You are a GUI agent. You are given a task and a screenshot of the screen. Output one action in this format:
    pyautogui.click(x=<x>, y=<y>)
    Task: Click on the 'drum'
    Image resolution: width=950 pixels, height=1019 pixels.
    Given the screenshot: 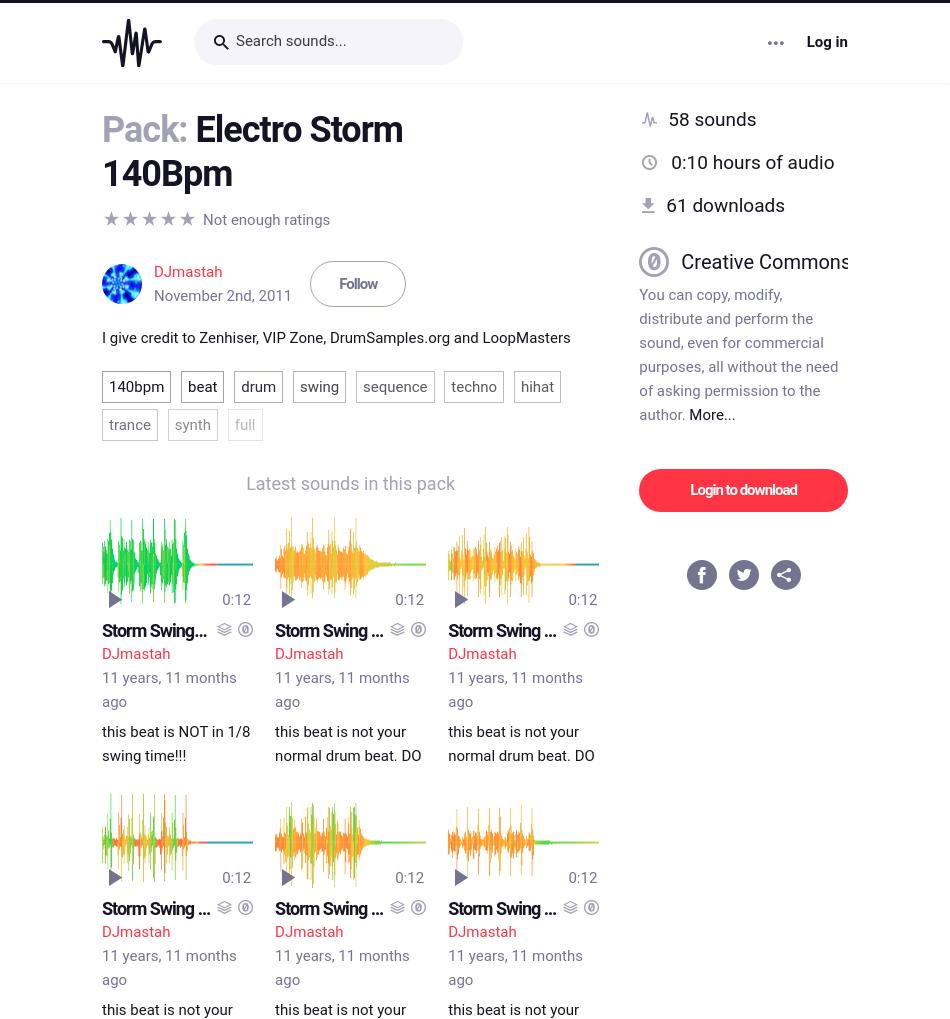 What is the action you would take?
    pyautogui.click(x=257, y=382)
    